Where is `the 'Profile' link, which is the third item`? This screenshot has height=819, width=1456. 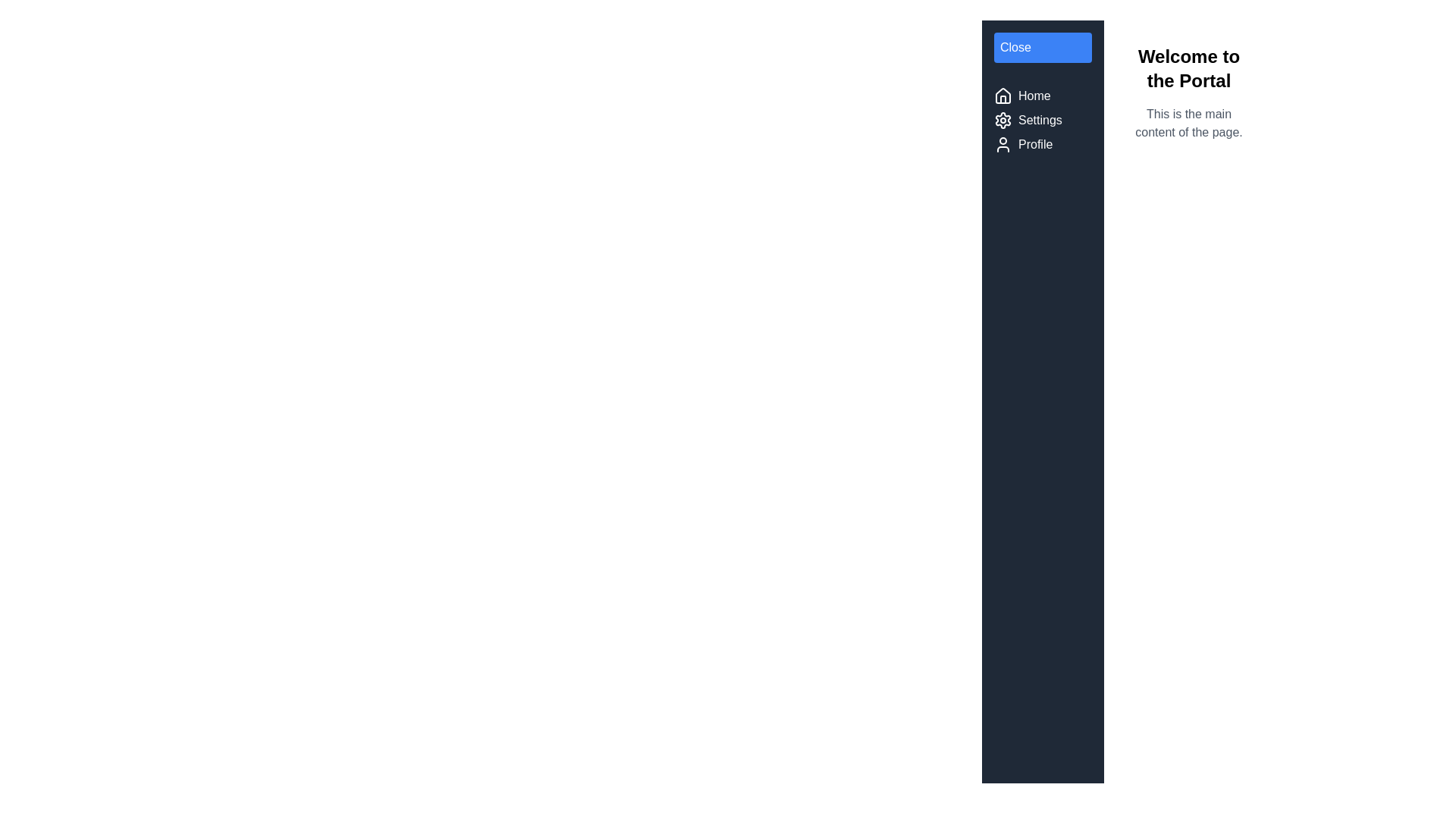
the 'Profile' link, which is the third item is located at coordinates (1041, 145).